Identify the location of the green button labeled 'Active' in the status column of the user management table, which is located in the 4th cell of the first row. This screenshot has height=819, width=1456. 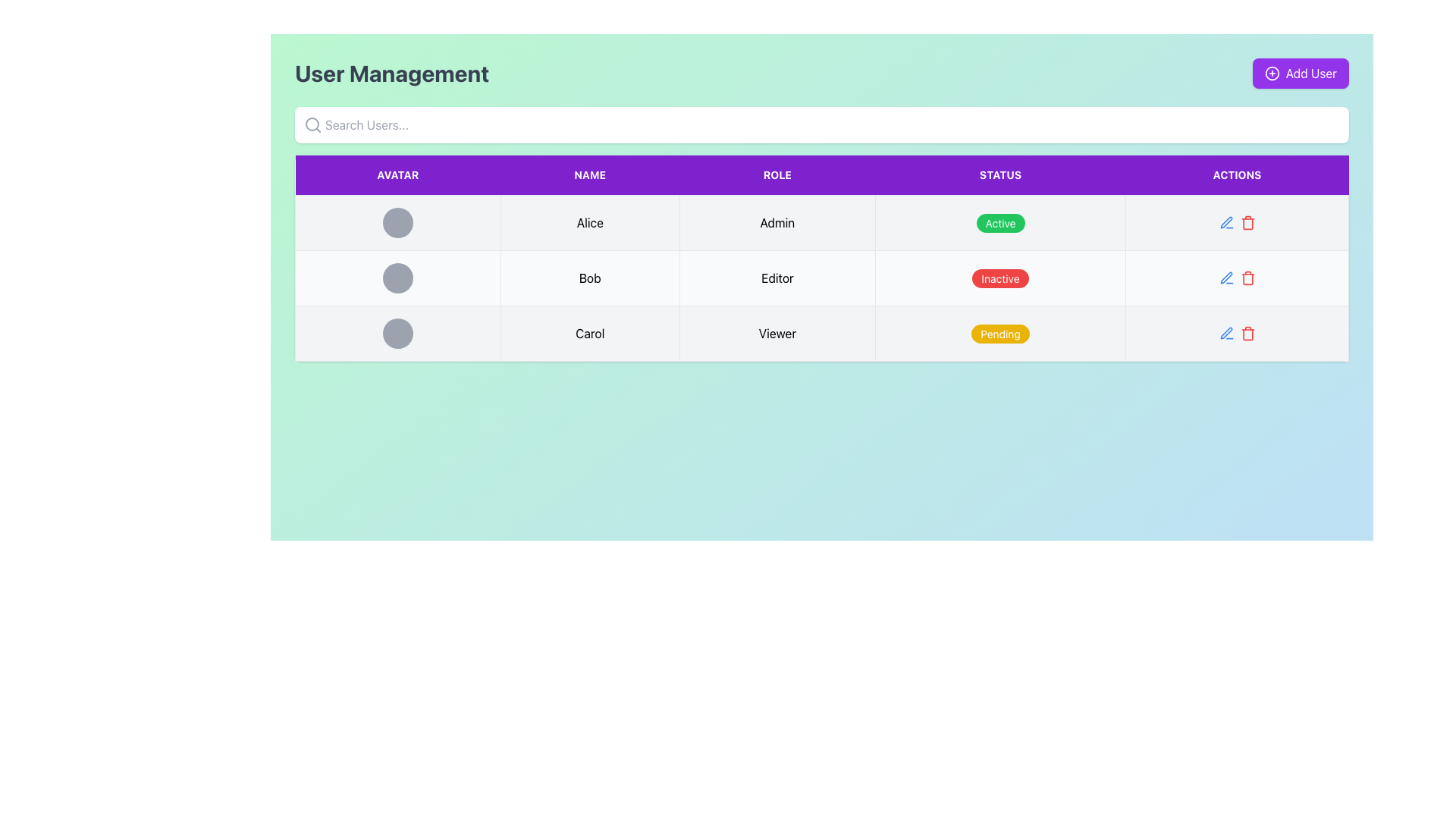
(1000, 222).